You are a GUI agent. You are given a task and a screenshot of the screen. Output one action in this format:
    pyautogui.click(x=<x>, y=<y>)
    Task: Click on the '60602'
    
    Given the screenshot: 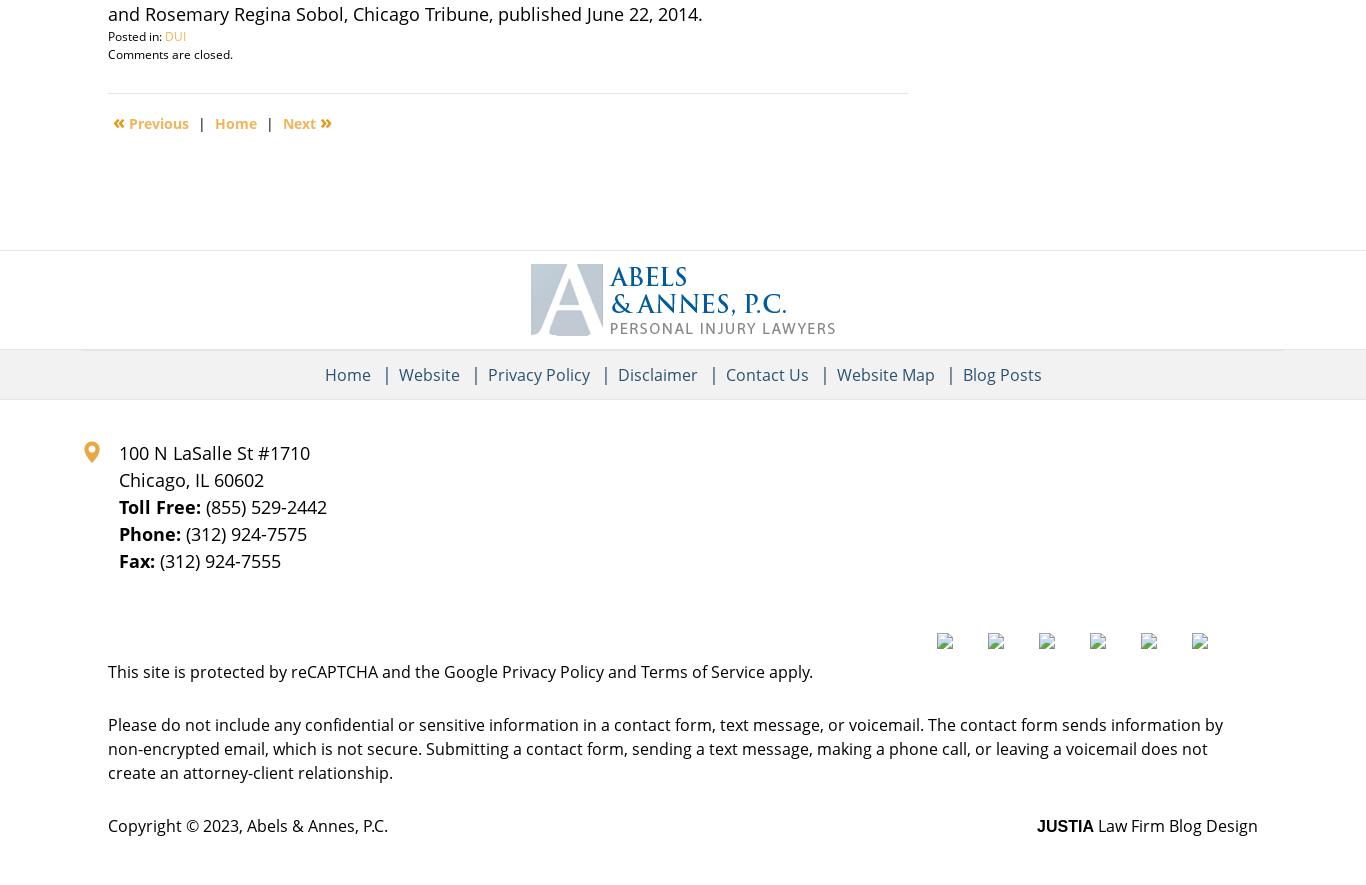 What is the action you would take?
    pyautogui.click(x=213, y=477)
    